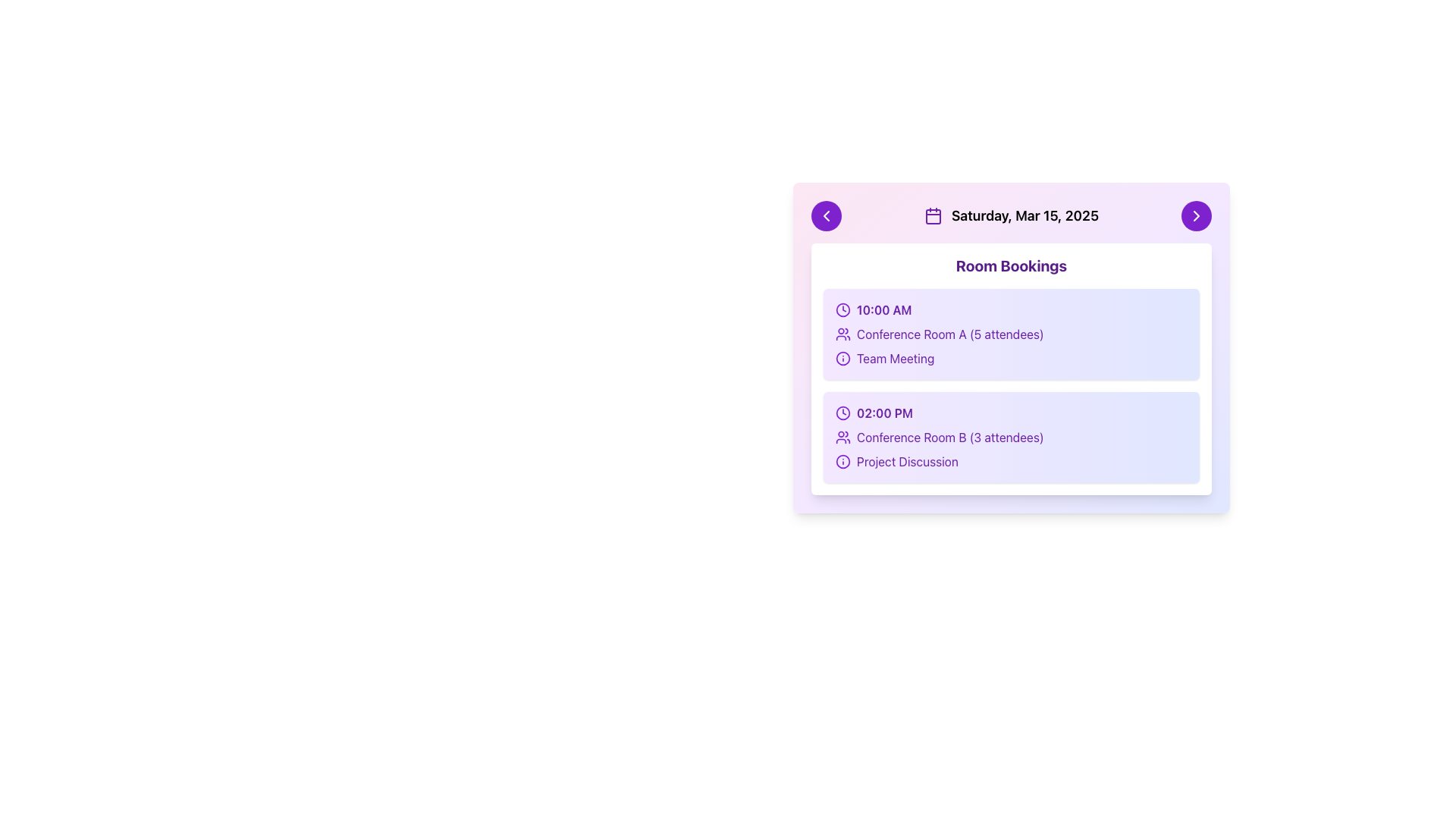  What do you see at coordinates (1196, 216) in the screenshot?
I see `the chevron icon located inside the circular purple button at the top-right corner of the 'Room Bookings' panel` at bounding box center [1196, 216].